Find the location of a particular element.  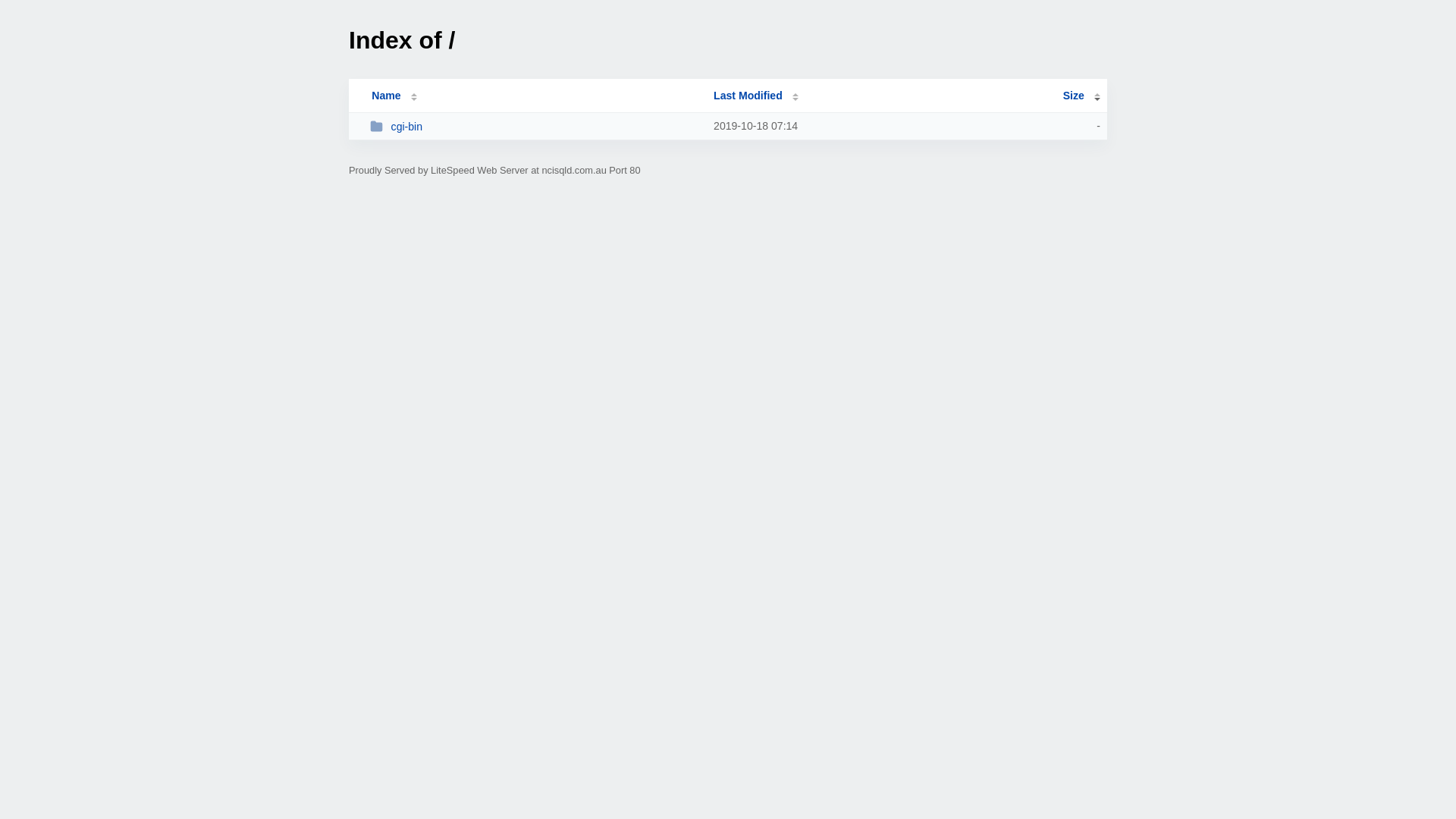

'Size' is located at coordinates (1081, 96).